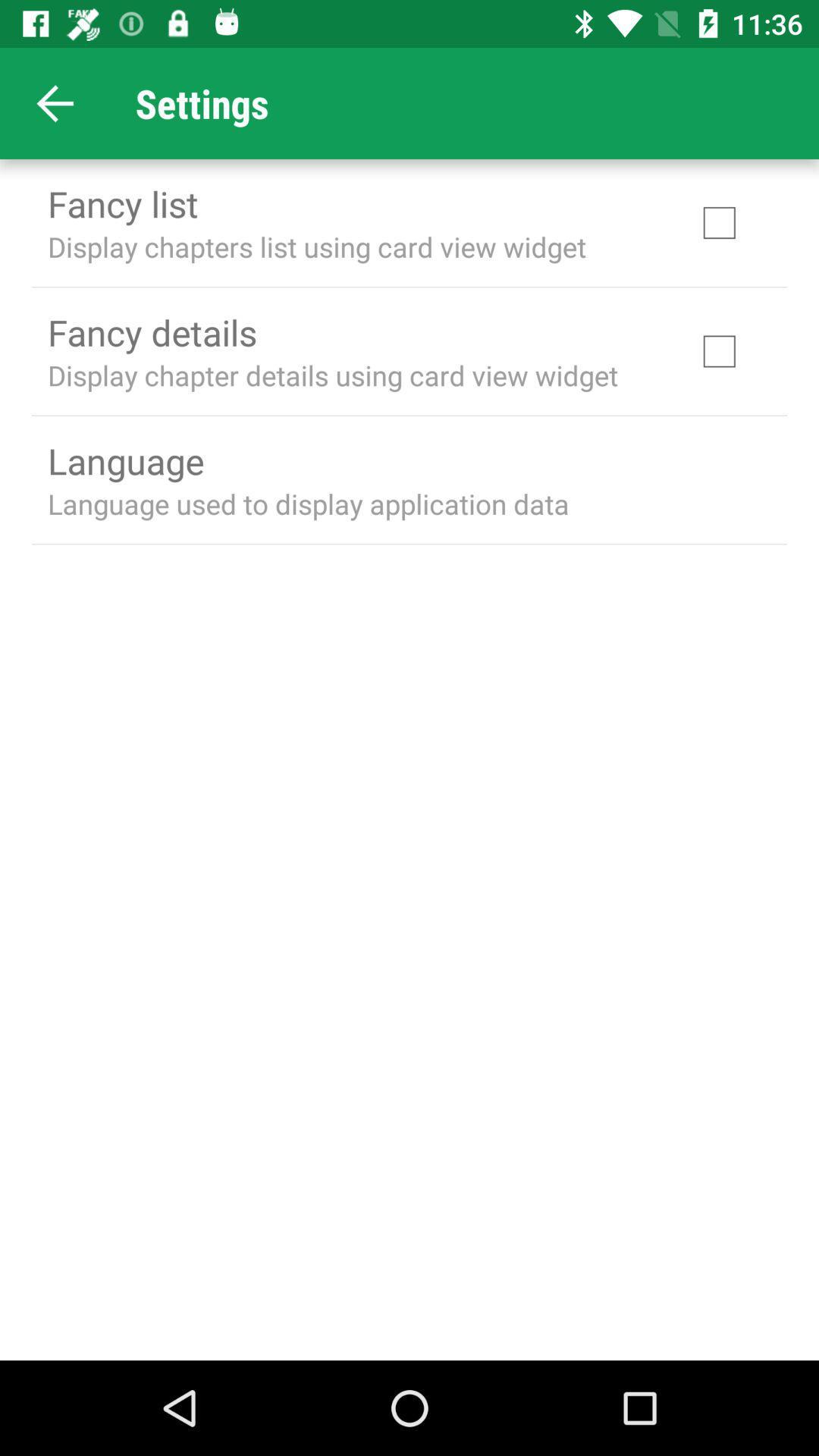  I want to click on item above language, so click(332, 375).